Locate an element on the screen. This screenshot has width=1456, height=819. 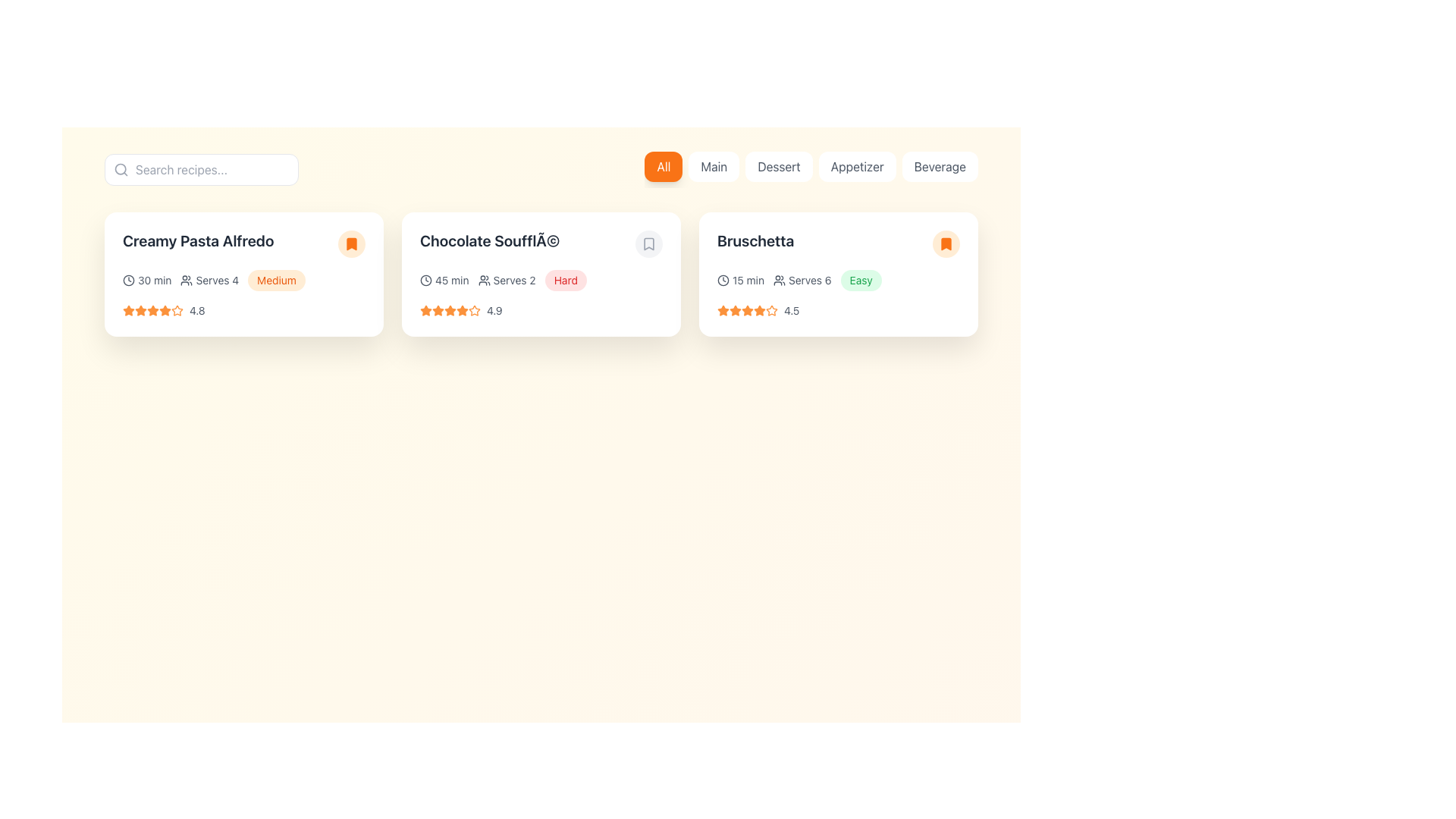
the bookmark icon located at the top-right corner of the 'Chocolate Soufflé' card is located at coordinates (648, 243).